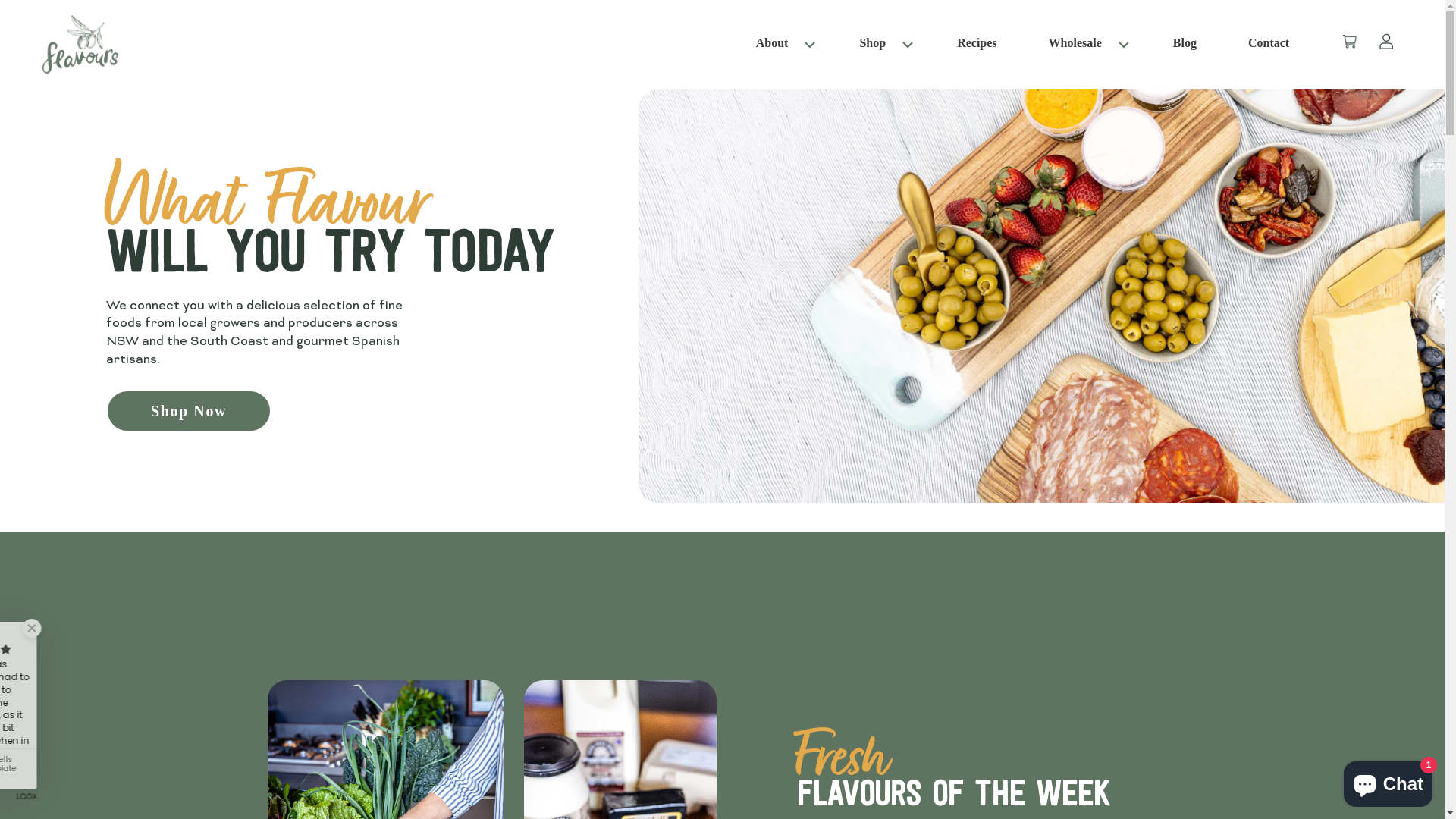  What do you see at coordinates (772, 42) in the screenshot?
I see `'About'` at bounding box center [772, 42].